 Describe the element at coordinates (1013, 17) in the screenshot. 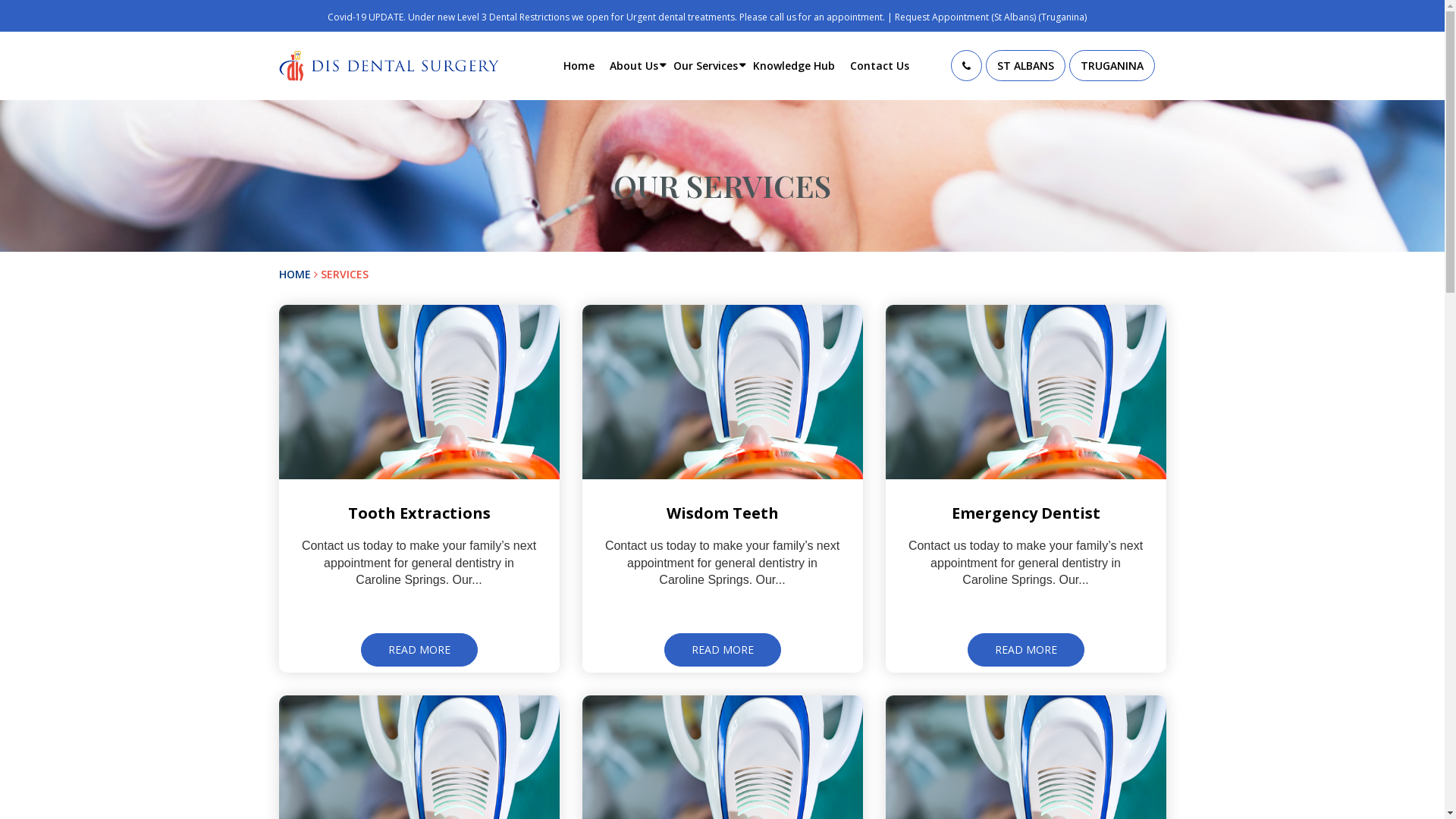

I see `'(St Albans)'` at that location.